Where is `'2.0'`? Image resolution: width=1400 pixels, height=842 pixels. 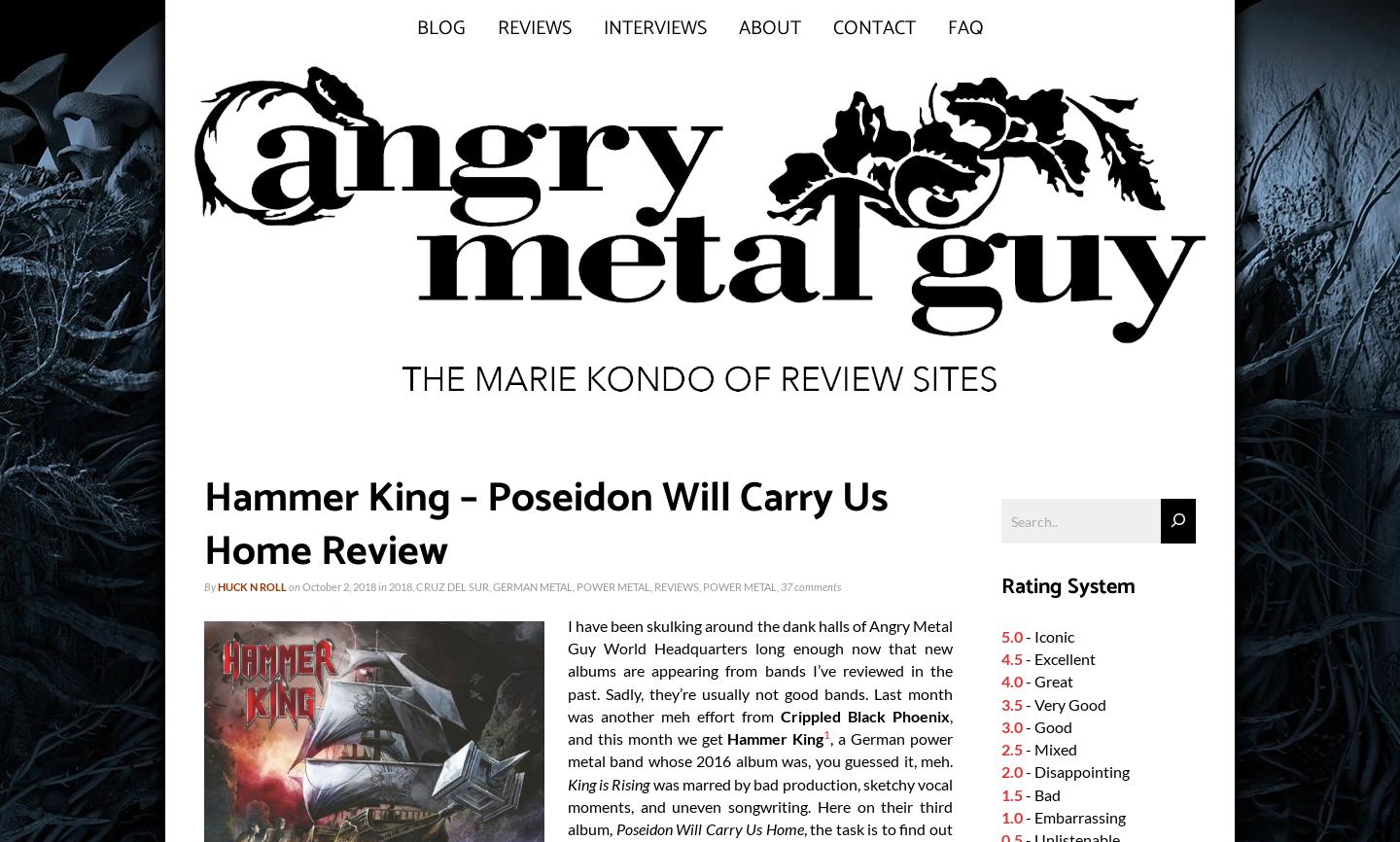
'2.0' is located at coordinates (1011, 771).